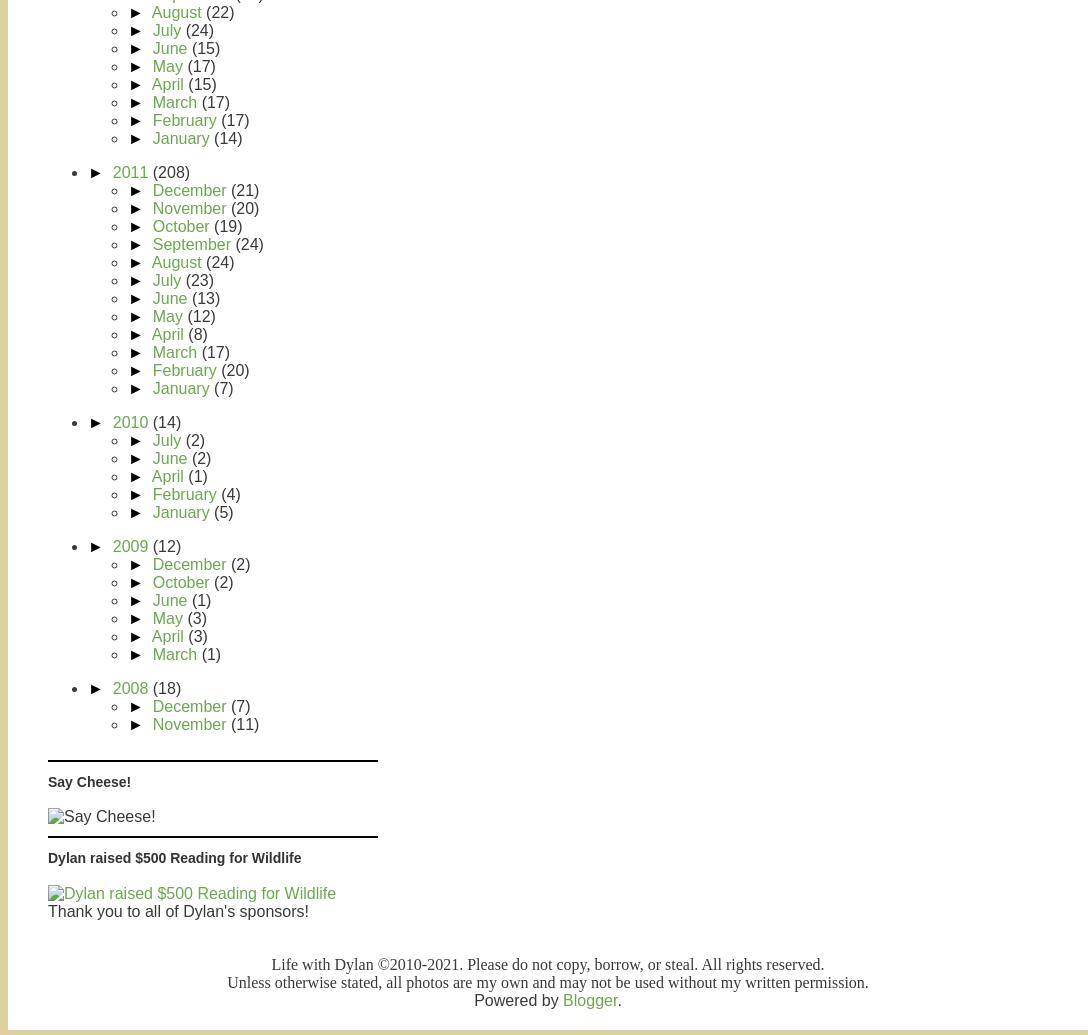  I want to click on 'Thank you to all of Dylan's sponsors!', so click(176, 909).